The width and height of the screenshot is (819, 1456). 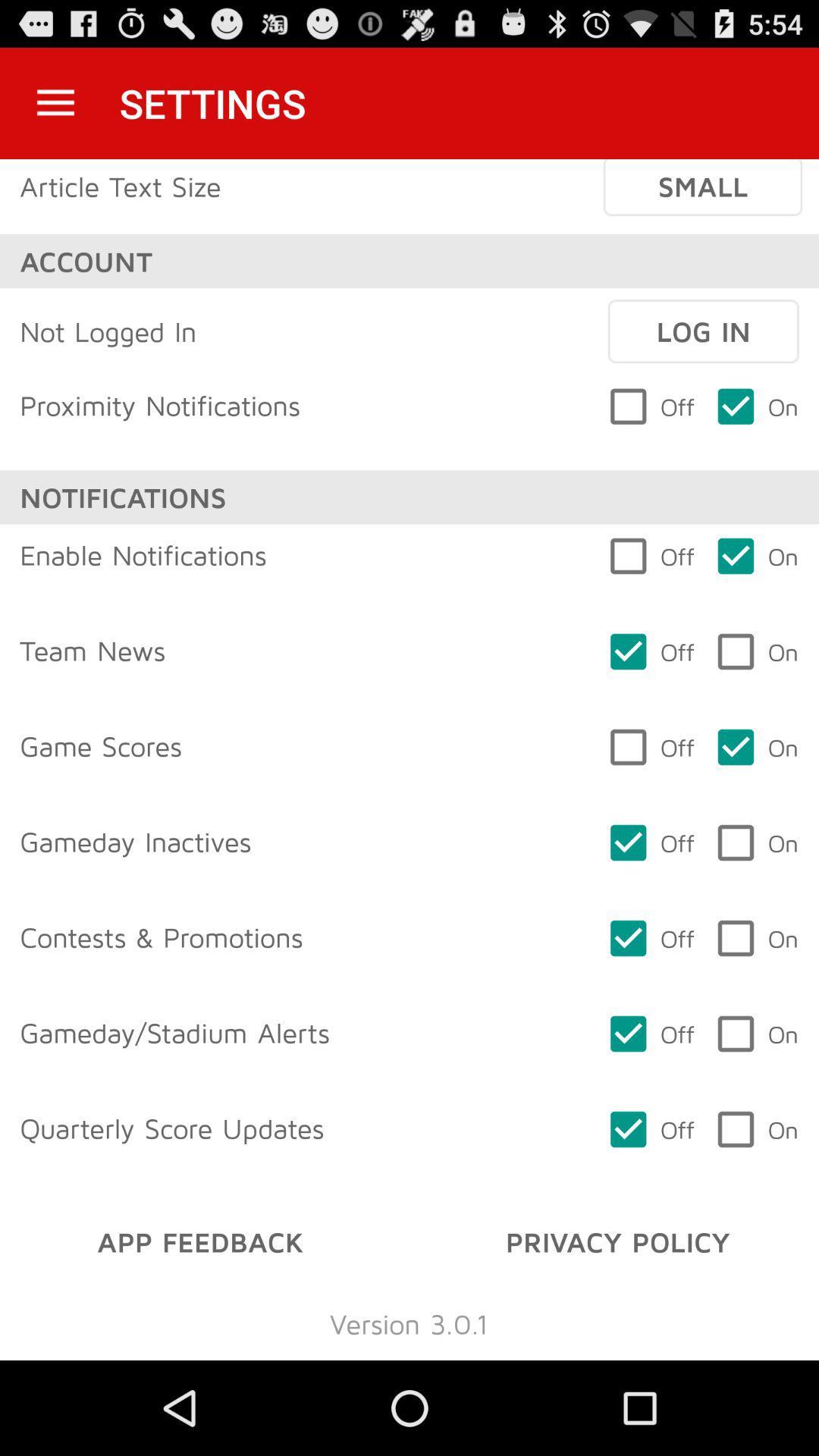 I want to click on the item next to not logged in item, so click(x=703, y=331).